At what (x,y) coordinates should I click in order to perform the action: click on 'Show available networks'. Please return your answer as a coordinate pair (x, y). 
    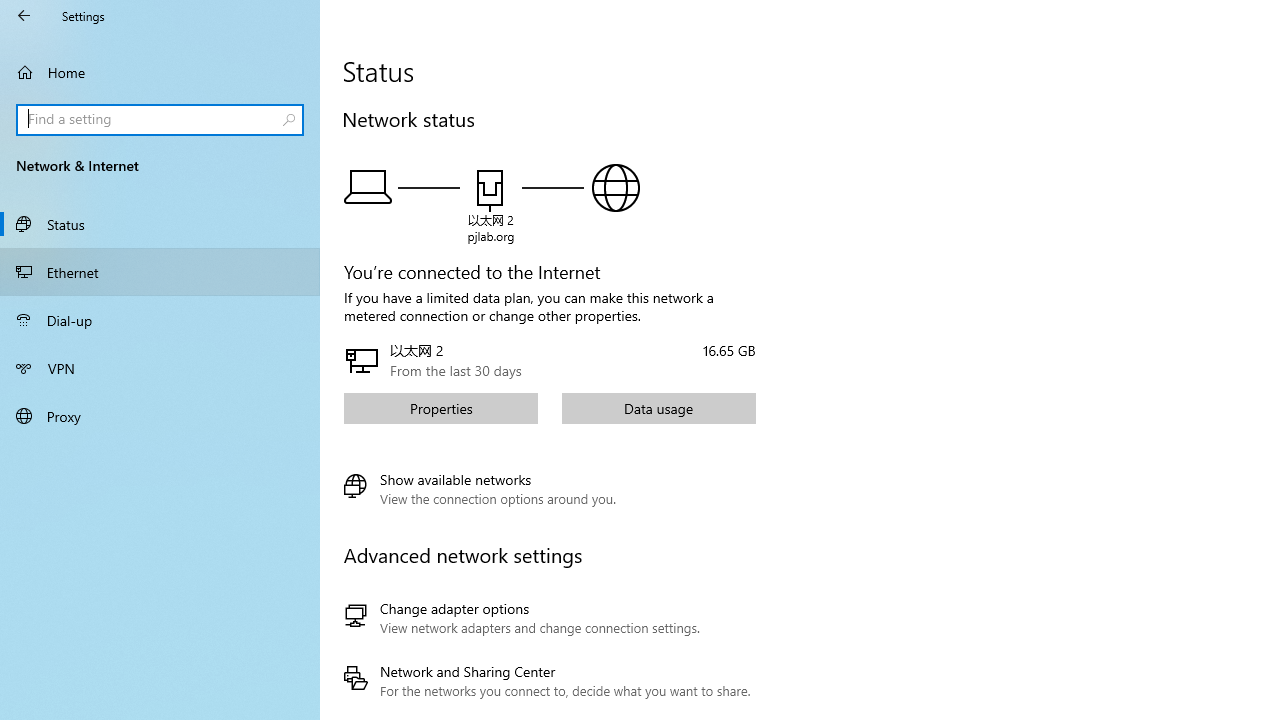
    Looking at the image, I should click on (480, 489).